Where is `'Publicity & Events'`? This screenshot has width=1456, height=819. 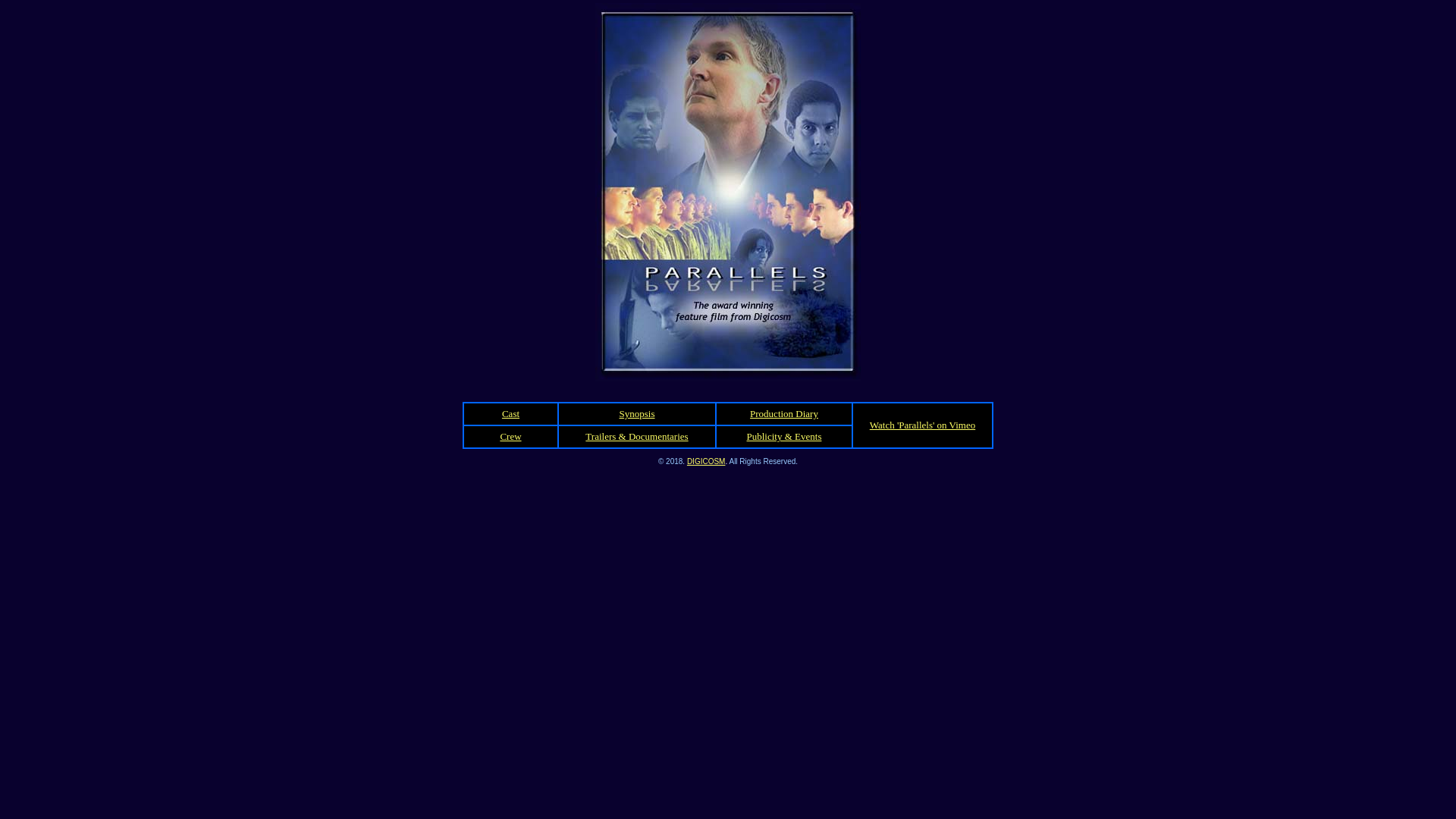 'Publicity & Events' is located at coordinates (784, 436).